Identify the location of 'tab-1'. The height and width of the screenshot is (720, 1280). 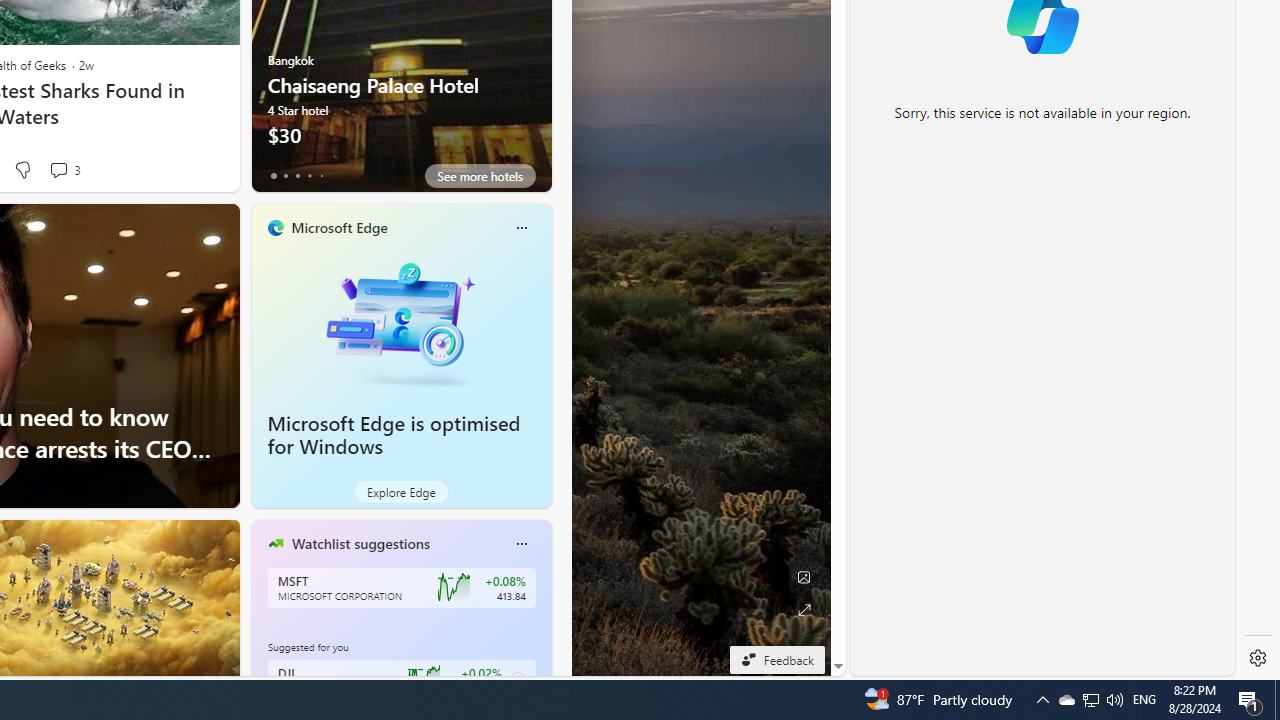
(284, 175).